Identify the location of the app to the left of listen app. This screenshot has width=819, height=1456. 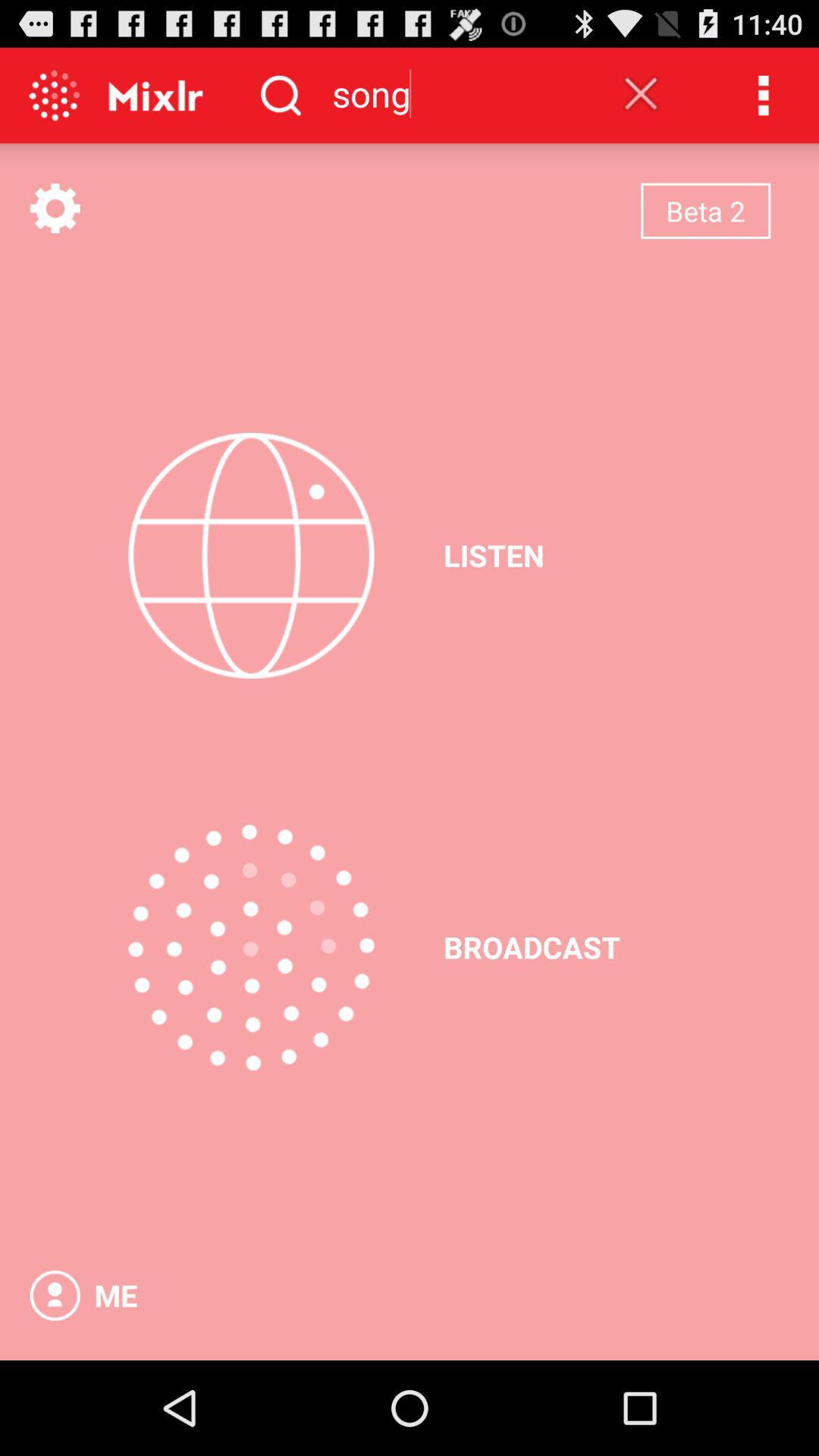
(250, 554).